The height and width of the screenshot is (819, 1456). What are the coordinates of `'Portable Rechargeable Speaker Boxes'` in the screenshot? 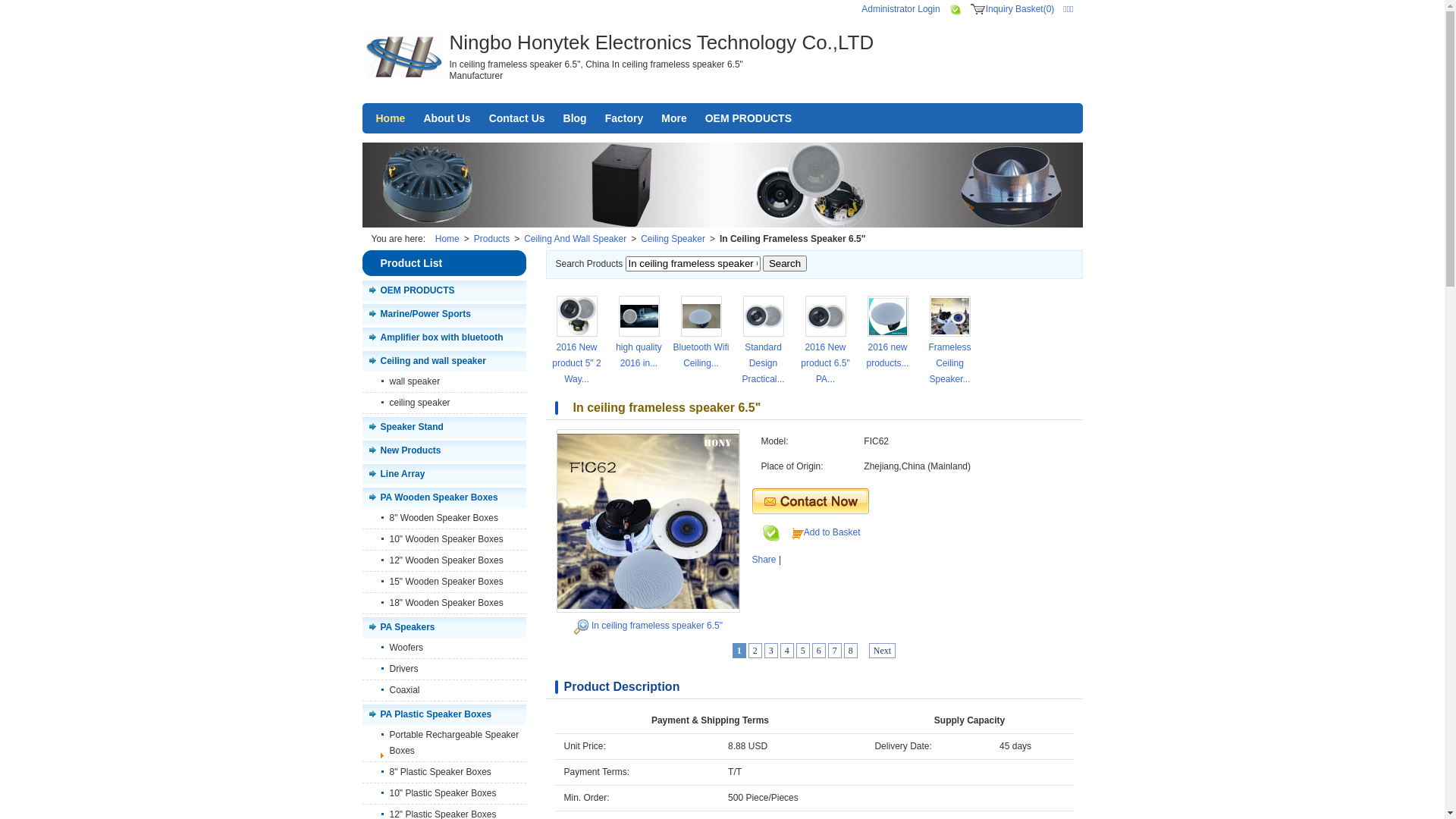 It's located at (443, 742).